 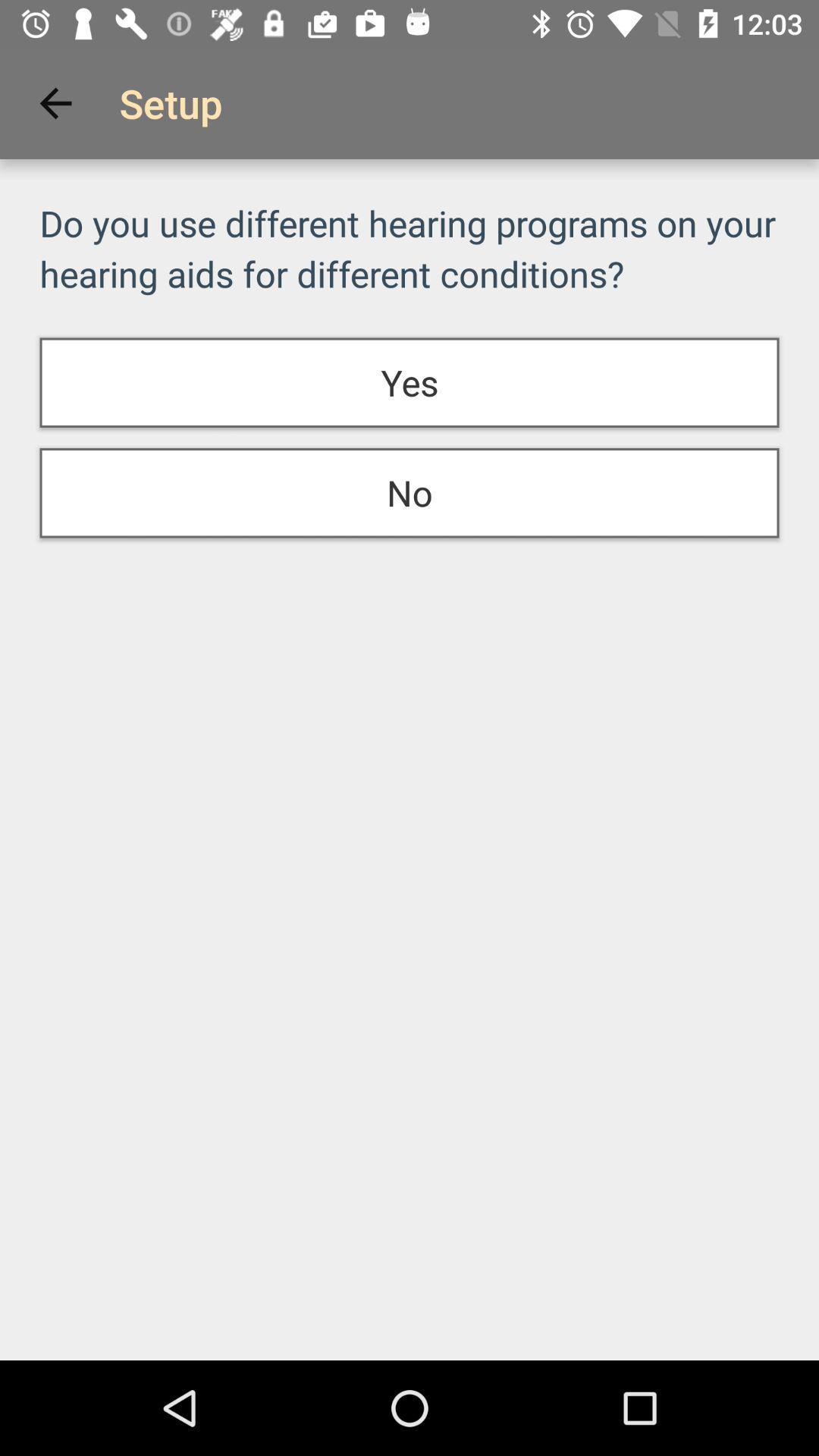 What do you see at coordinates (55, 102) in the screenshot?
I see `app to the left of setup icon` at bounding box center [55, 102].